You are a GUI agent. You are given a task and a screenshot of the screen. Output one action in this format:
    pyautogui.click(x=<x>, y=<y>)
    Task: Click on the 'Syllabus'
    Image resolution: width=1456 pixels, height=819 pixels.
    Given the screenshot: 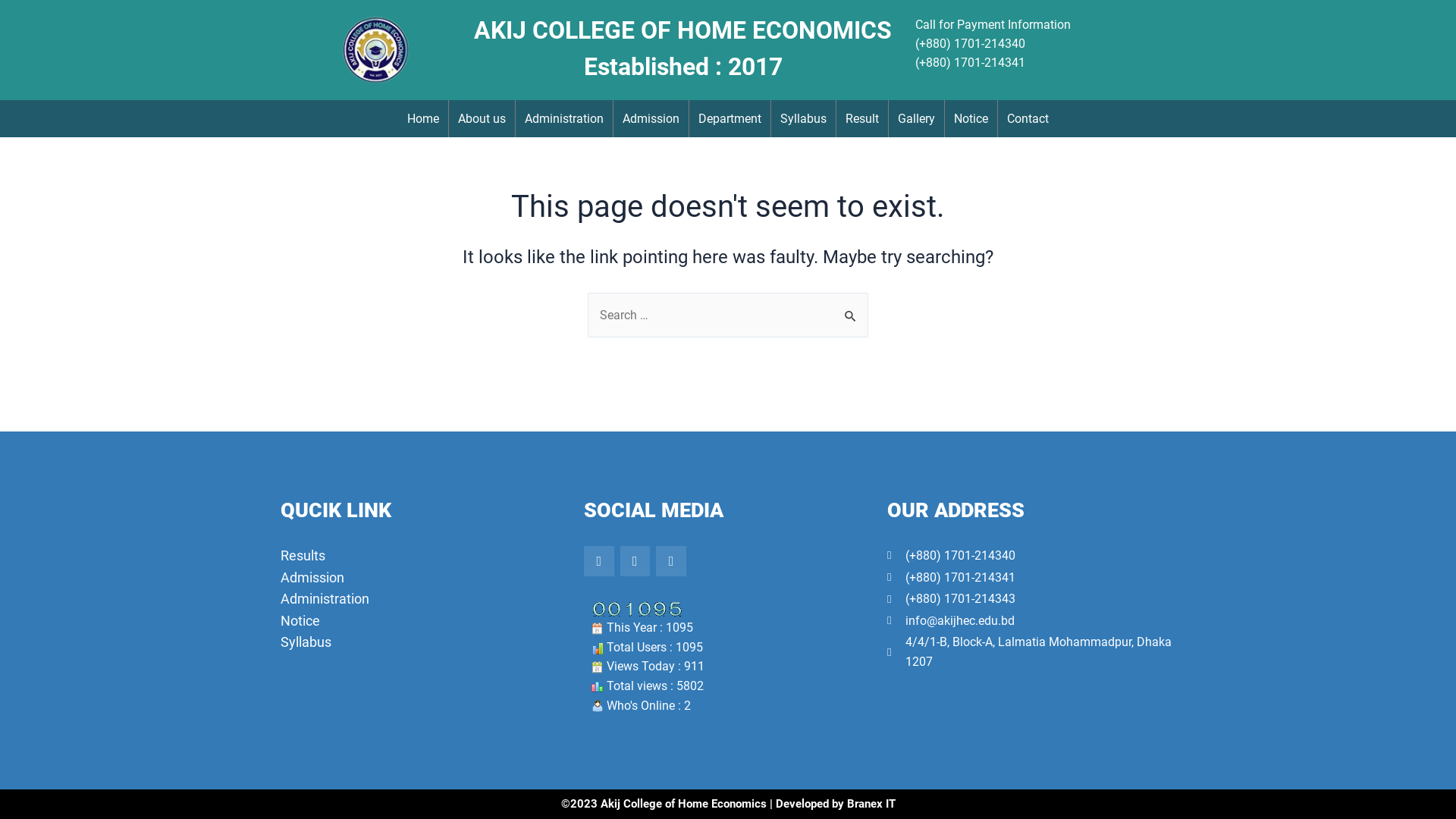 What is the action you would take?
    pyautogui.click(x=771, y=118)
    